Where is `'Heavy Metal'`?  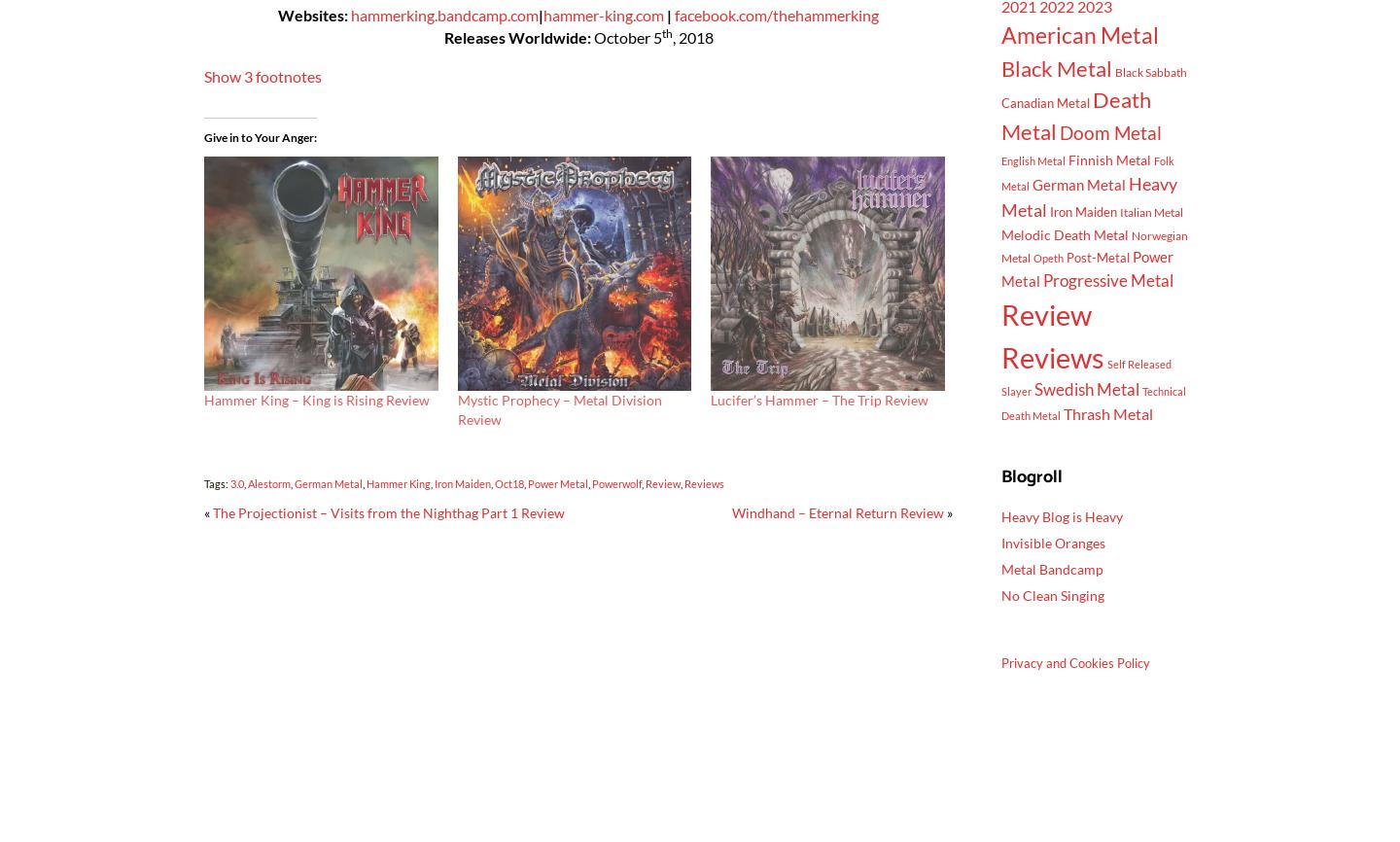
'Heavy Metal' is located at coordinates (1088, 195).